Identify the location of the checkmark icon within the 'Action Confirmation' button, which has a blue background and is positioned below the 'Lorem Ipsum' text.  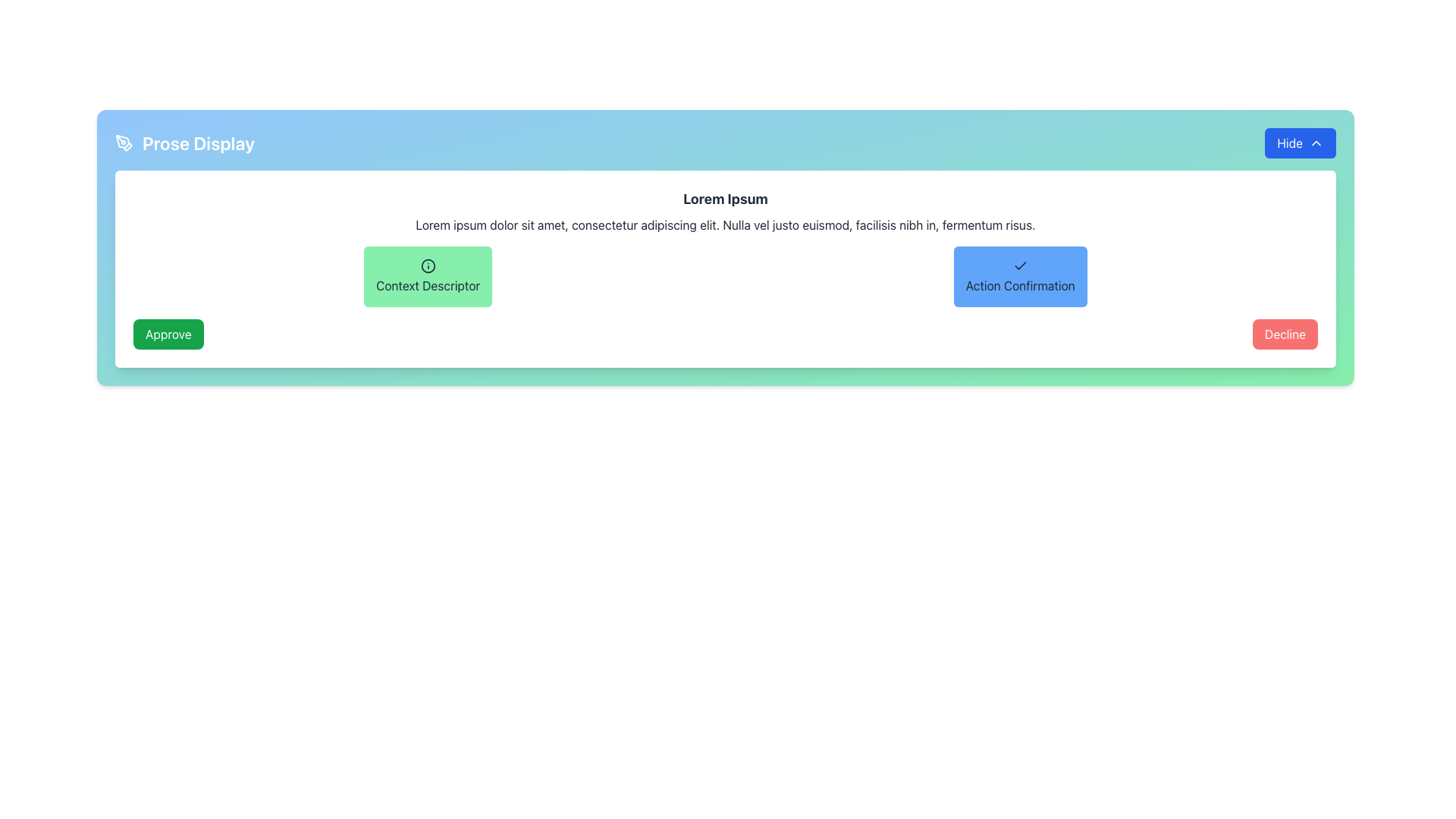
(1020, 265).